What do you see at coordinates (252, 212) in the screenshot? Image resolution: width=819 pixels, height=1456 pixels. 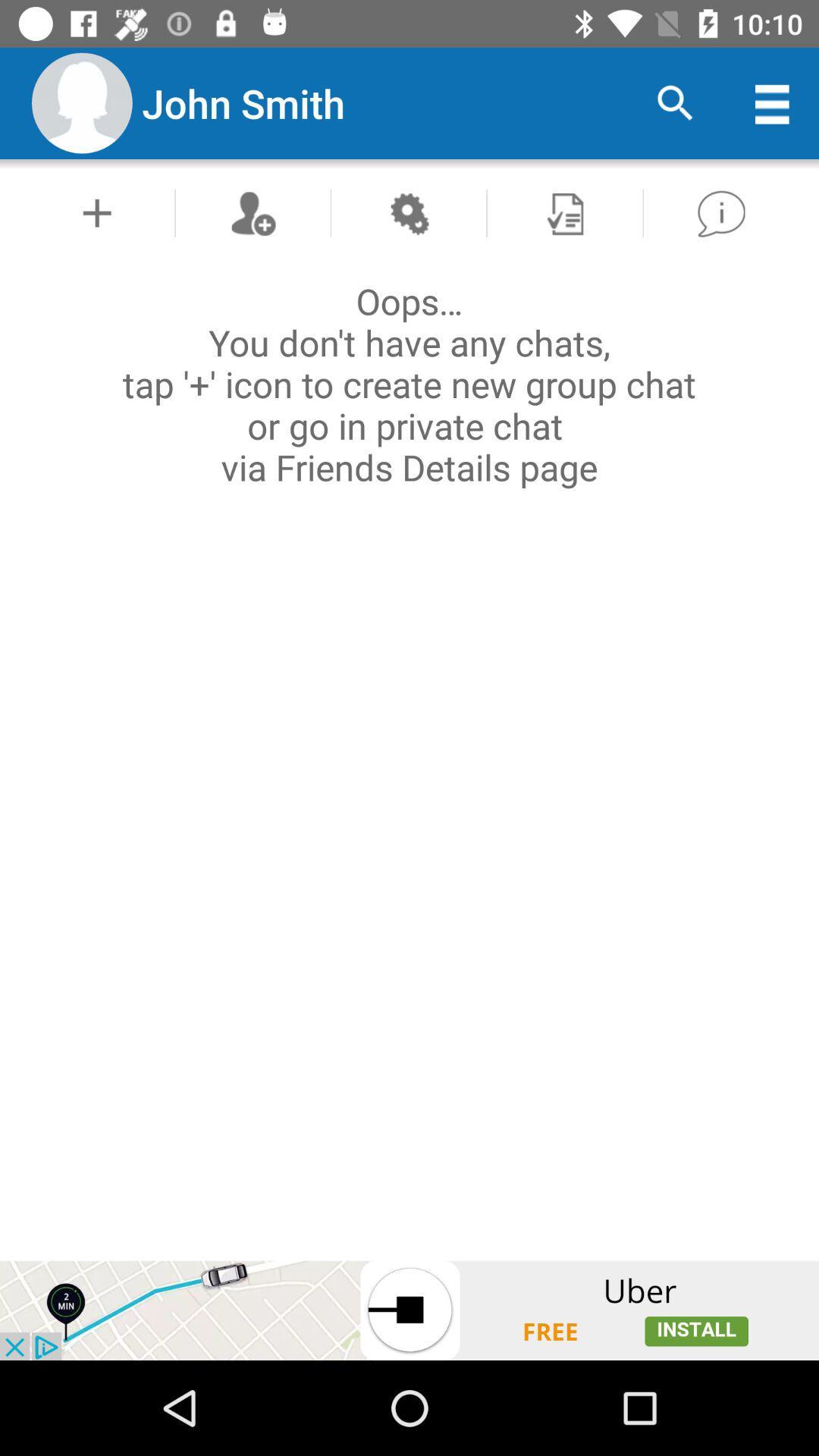 I see `the follow icon` at bounding box center [252, 212].